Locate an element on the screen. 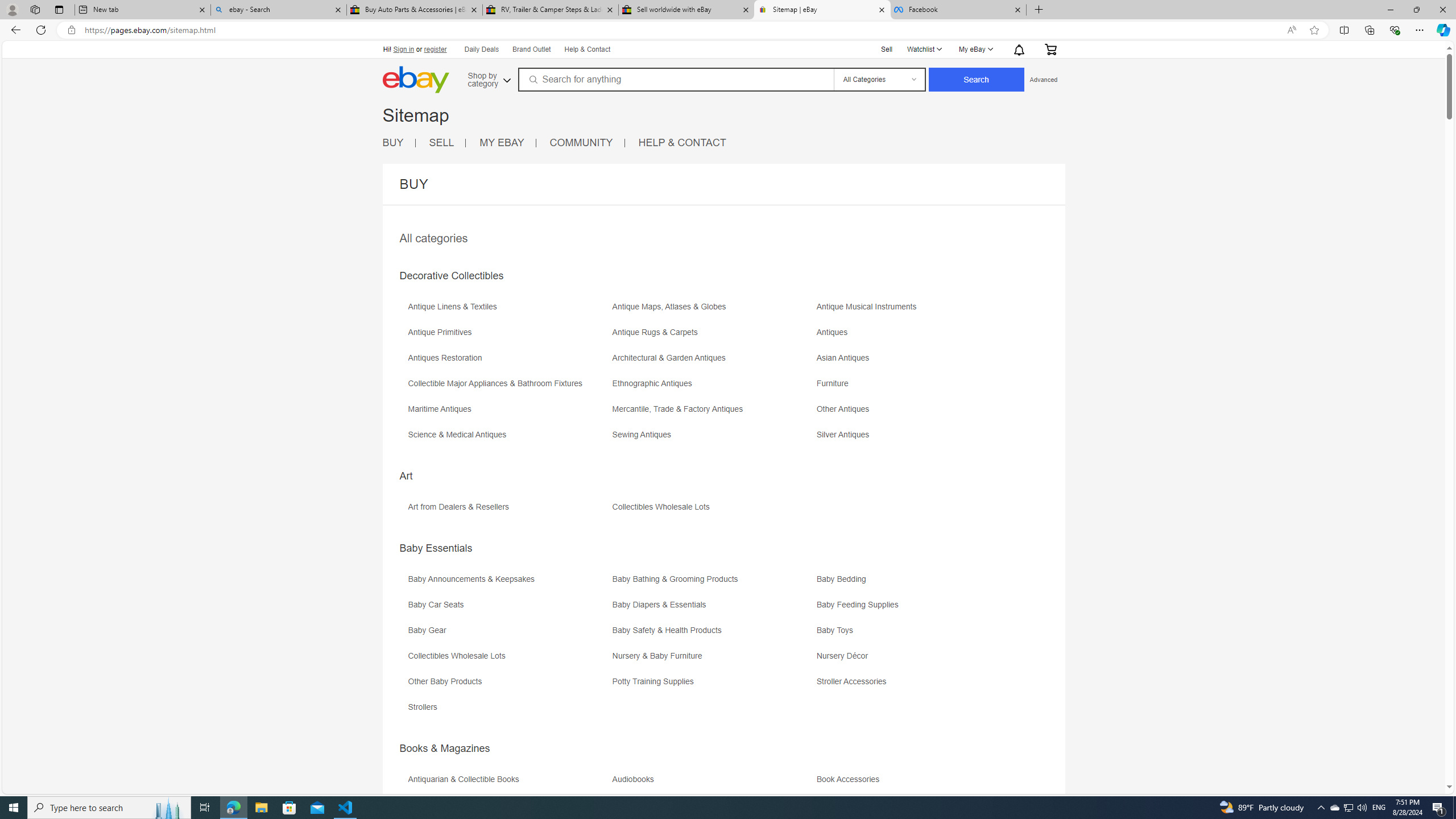  'Collectible Major Appliances & Bathroom Fixtures' is located at coordinates (498, 383).